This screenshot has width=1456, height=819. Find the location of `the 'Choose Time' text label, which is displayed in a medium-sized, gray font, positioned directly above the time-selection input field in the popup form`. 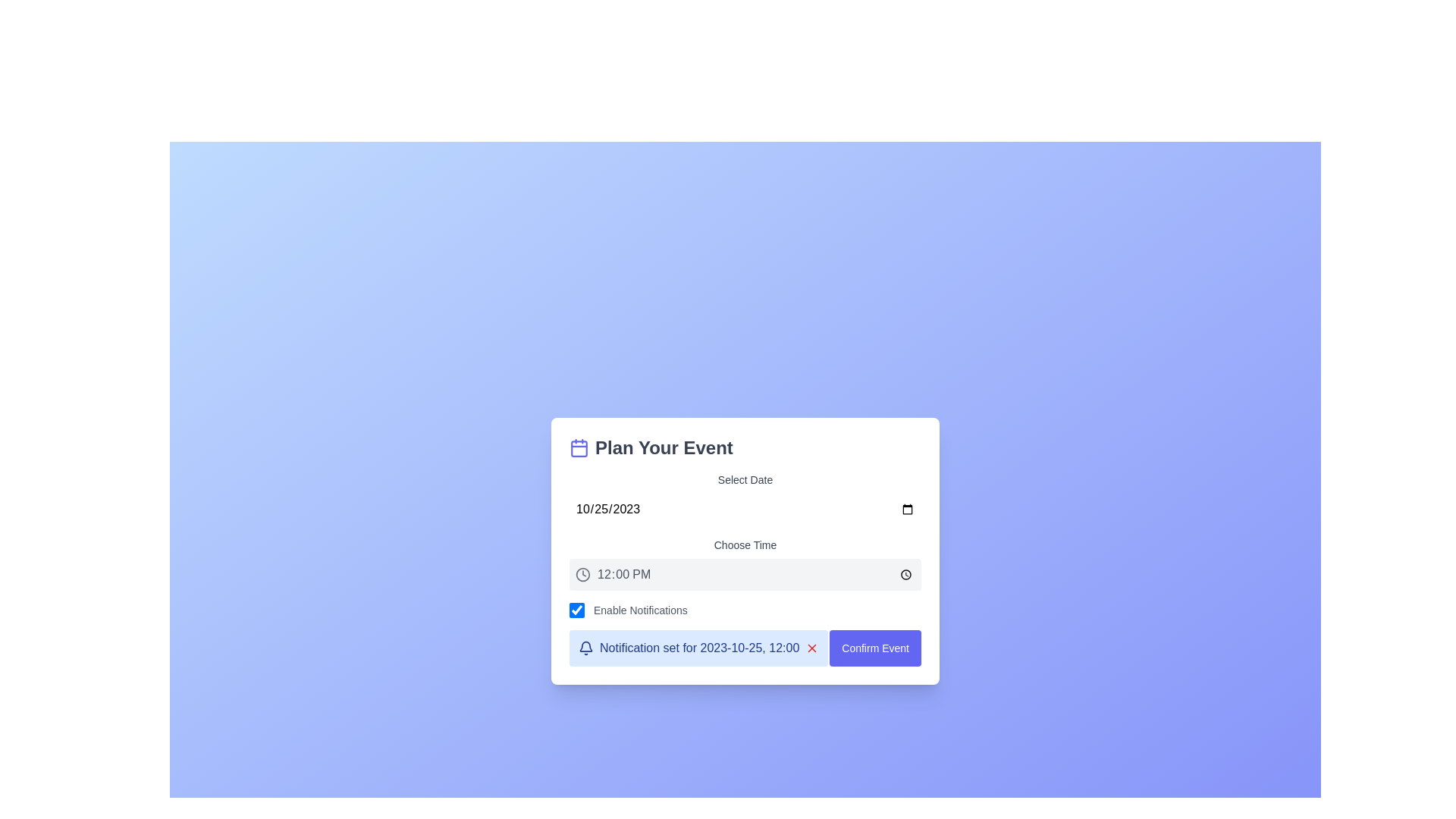

the 'Choose Time' text label, which is displayed in a medium-sized, gray font, positioned directly above the time-selection input field in the popup form is located at coordinates (745, 544).